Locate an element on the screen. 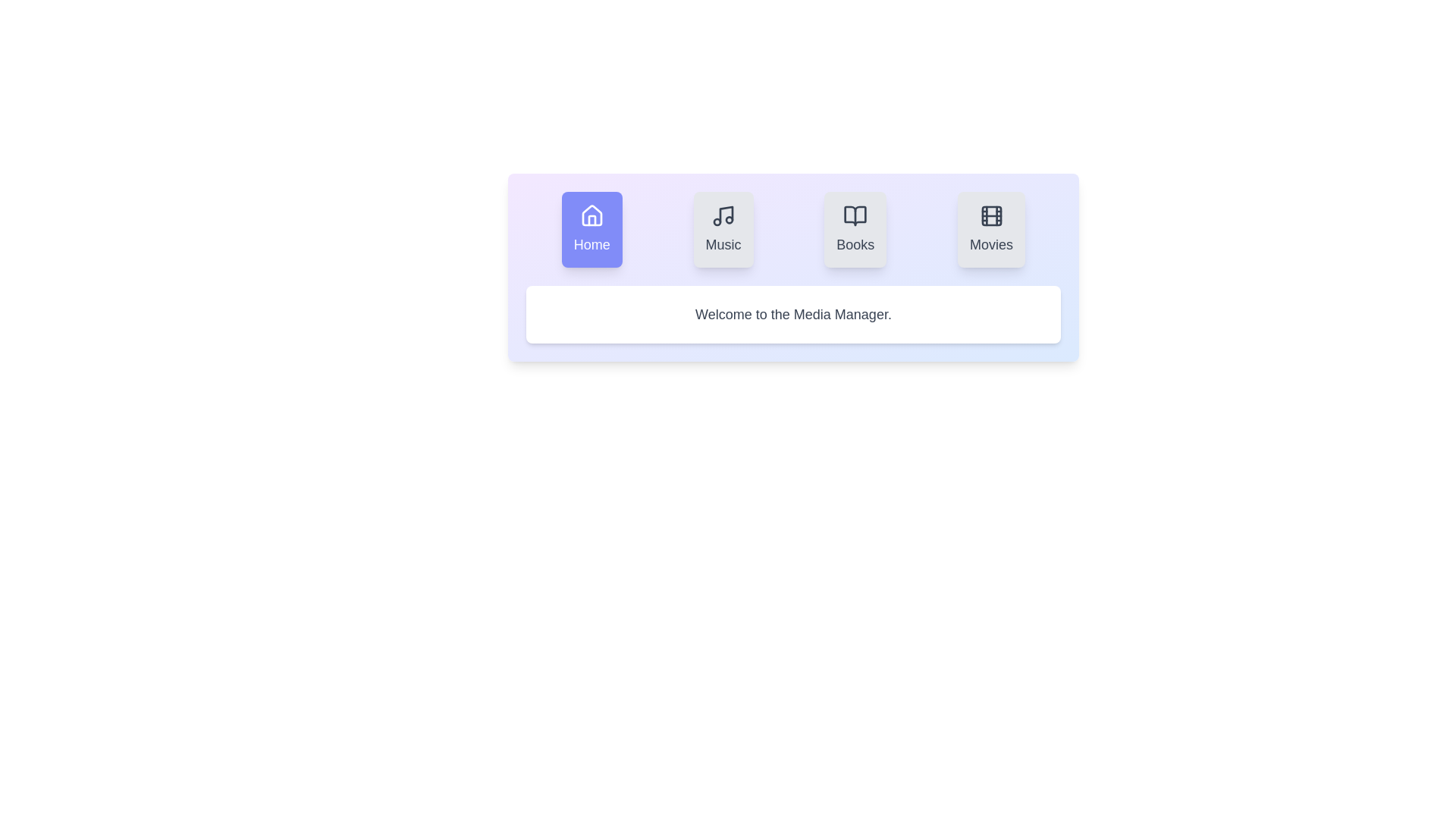  the Books tab to observe its hover effect is located at coordinates (855, 230).